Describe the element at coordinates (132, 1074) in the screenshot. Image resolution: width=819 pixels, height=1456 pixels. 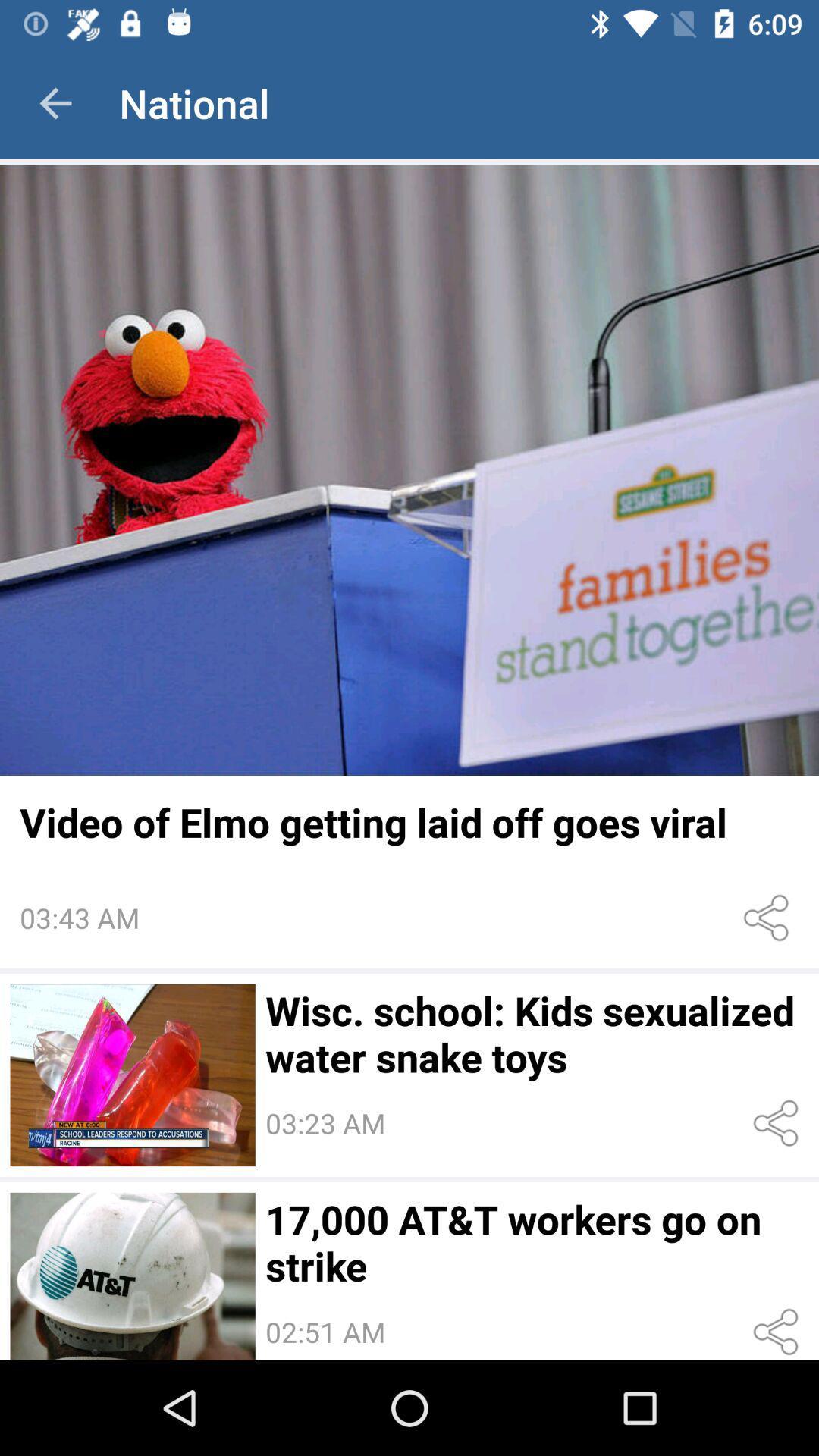
I see `open video` at that location.